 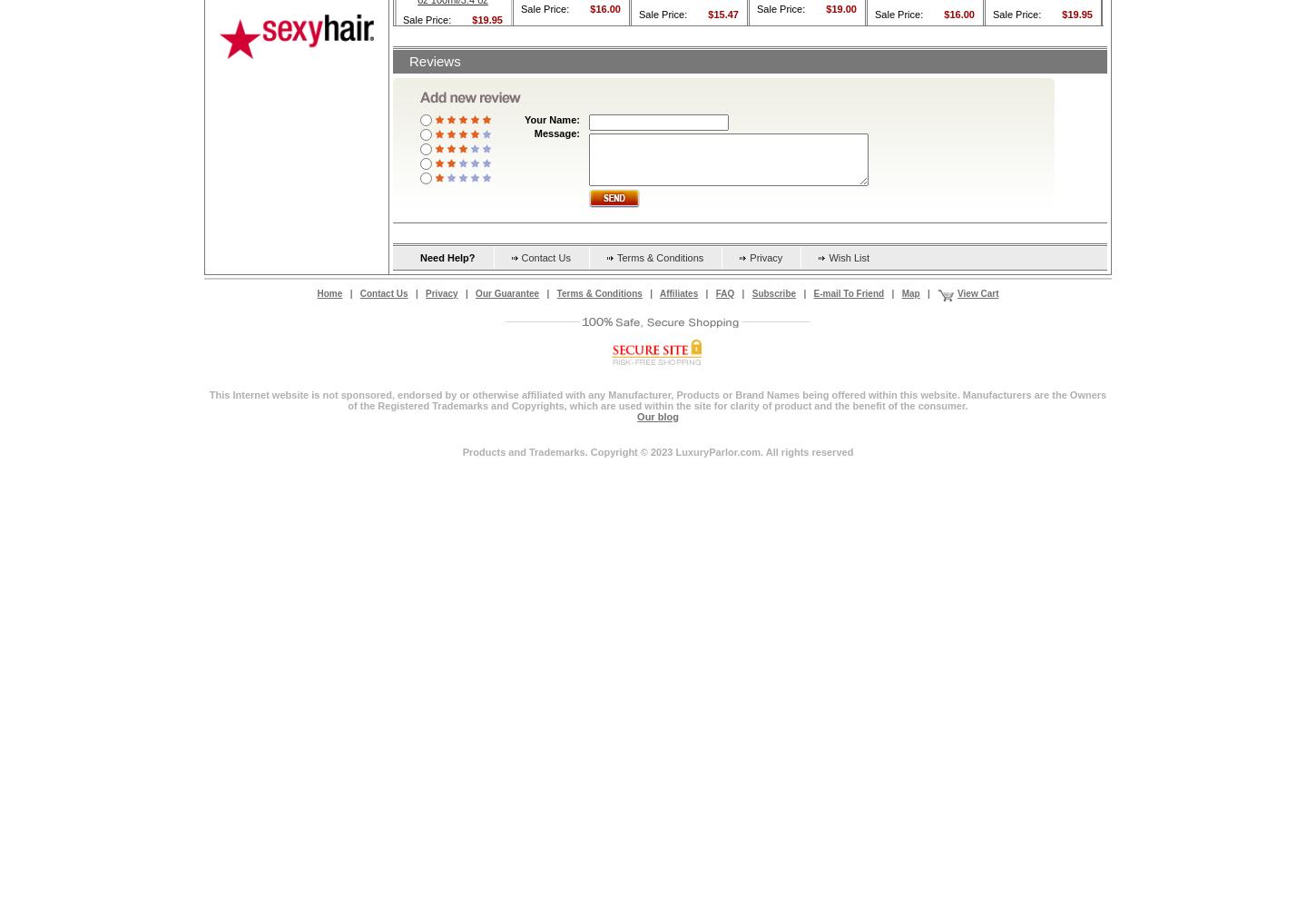 I want to click on 'View Cart', so click(x=977, y=291).